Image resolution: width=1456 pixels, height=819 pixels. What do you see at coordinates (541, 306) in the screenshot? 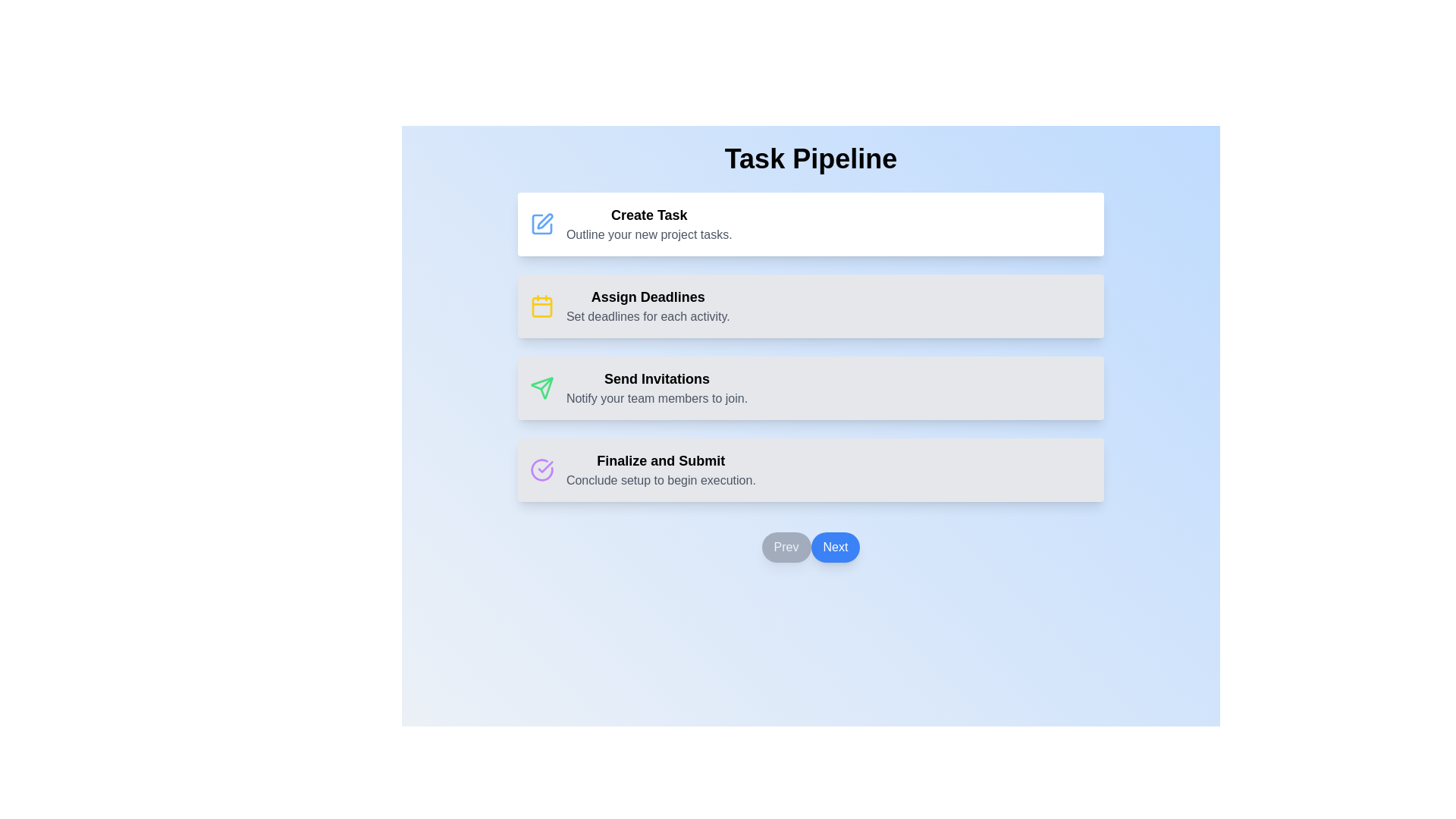
I see `the calendar icon with a yellow outline located to the left of the 'Assign Deadlines' text for context` at bounding box center [541, 306].